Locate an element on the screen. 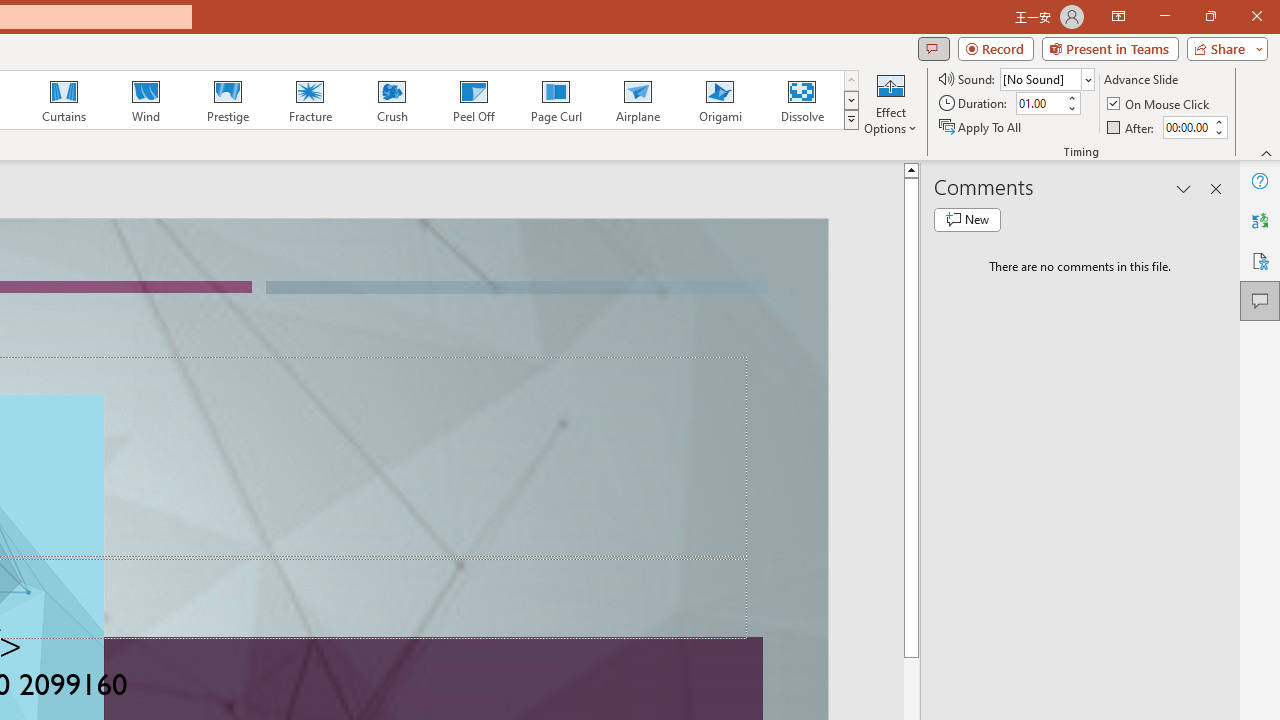  'Close pane' is located at coordinates (1215, 189).